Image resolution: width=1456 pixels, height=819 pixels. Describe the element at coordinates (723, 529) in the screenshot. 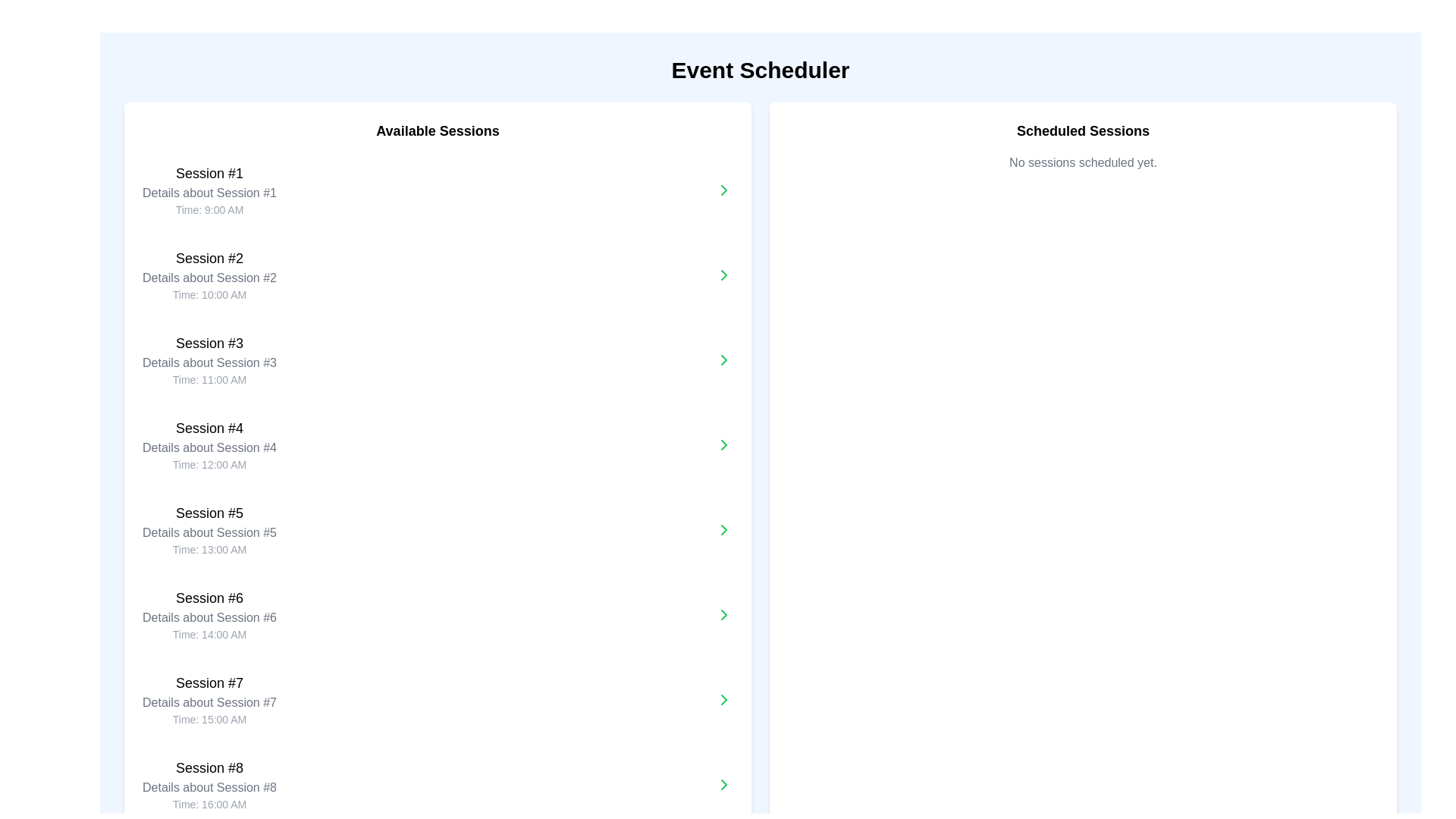

I see `the navigational button for 'Session #5' in the 'Available Sessions' column` at that location.